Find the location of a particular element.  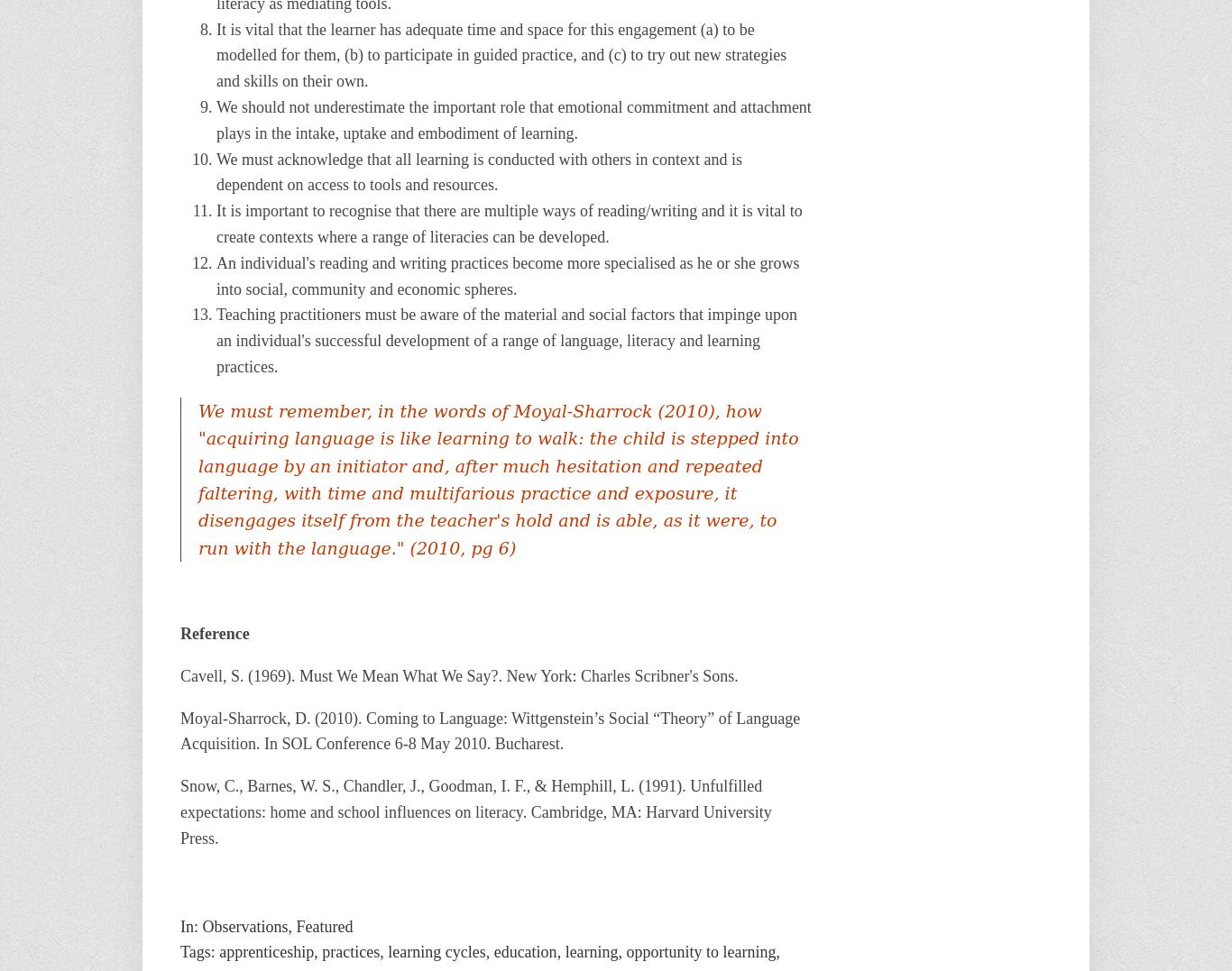

'Teaching practitioners must be aware of the material and social factors that impinge upon an individual's successful development of a range of language, literacy and learning practices.' is located at coordinates (216, 341).